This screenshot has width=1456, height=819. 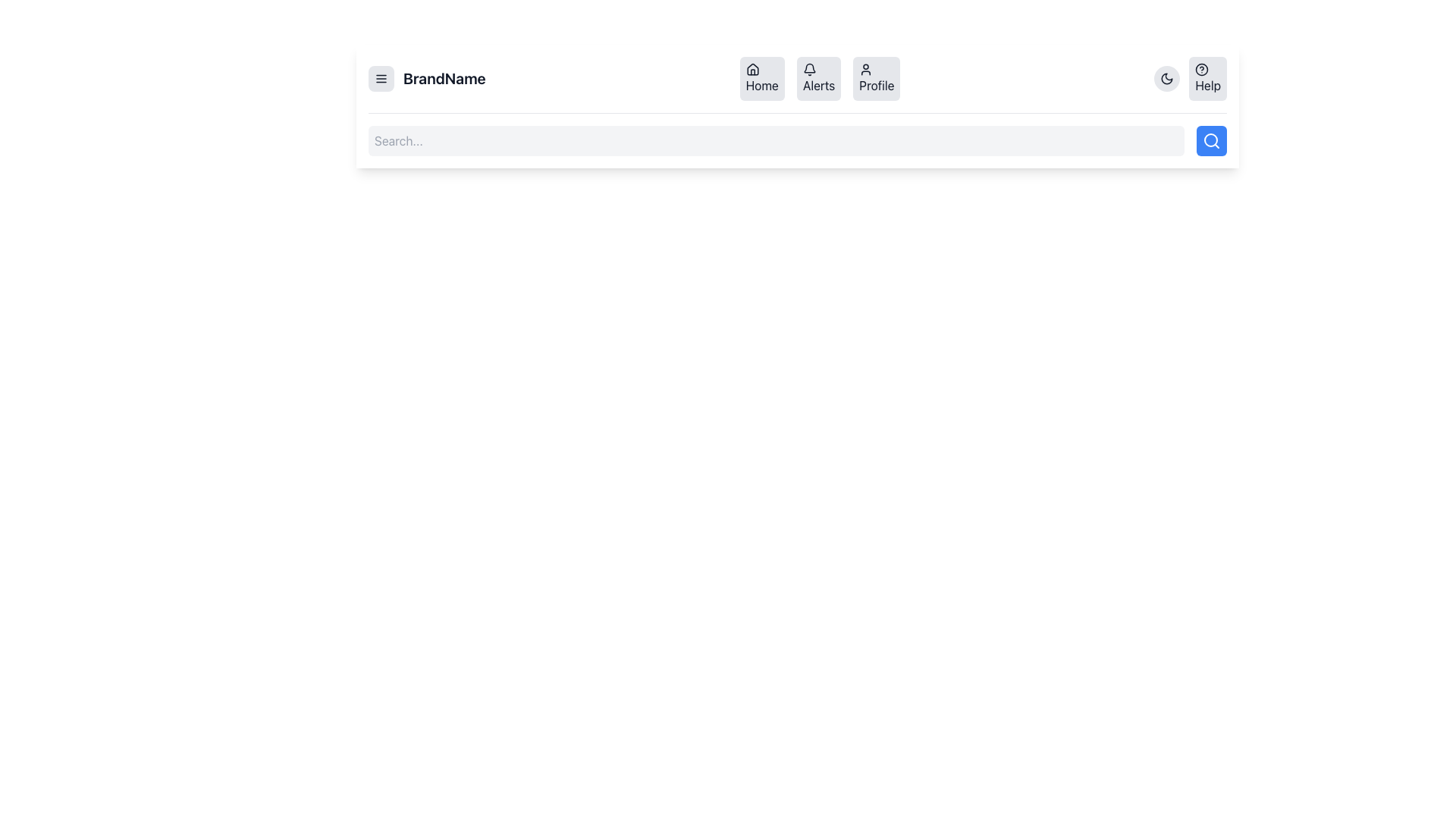 What do you see at coordinates (444, 79) in the screenshot?
I see `the text label displaying the brand name, located in the top-left corner of the interface, to the right of the menu icon and above the search bar` at bounding box center [444, 79].